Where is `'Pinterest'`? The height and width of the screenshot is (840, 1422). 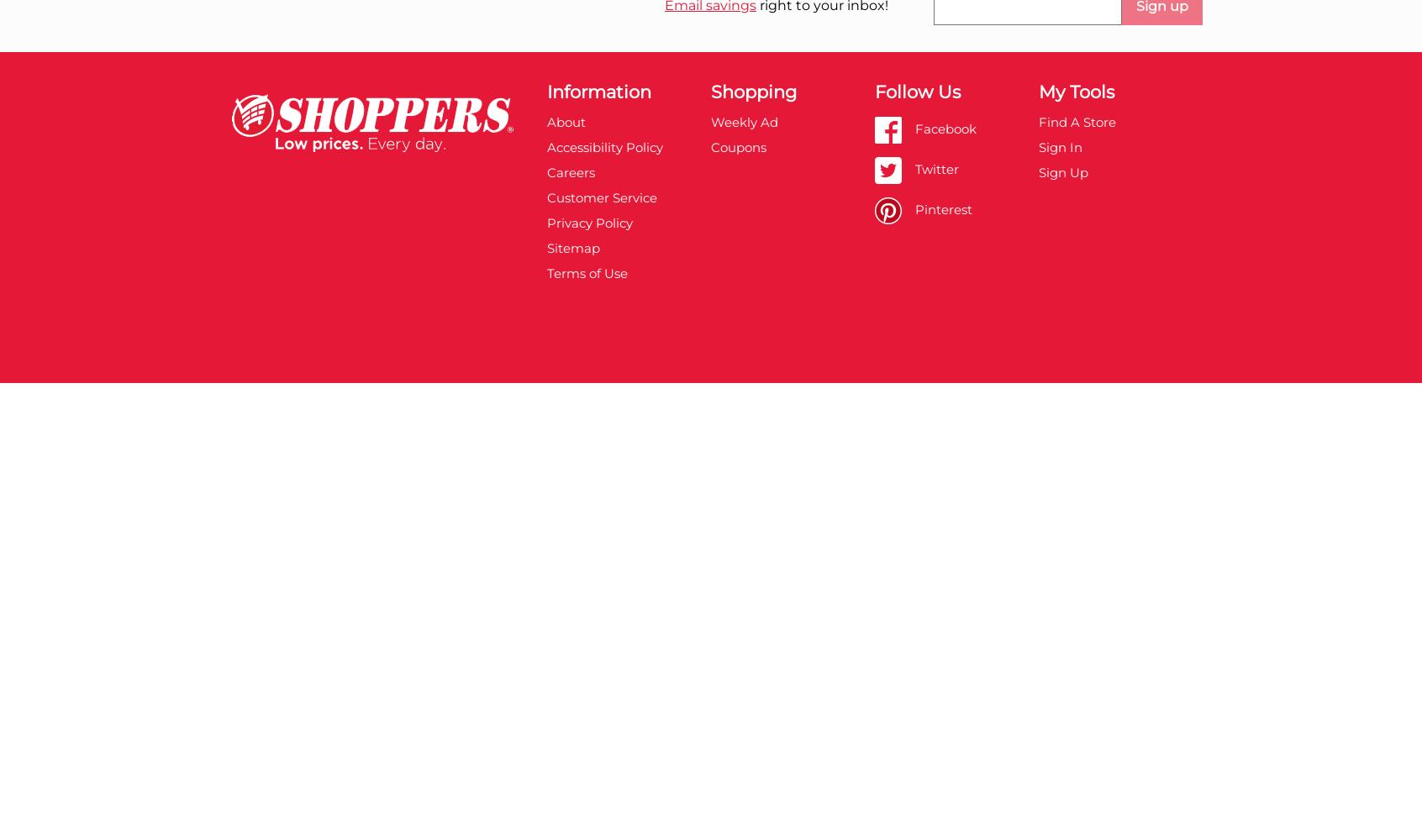 'Pinterest' is located at coordinates (942, 207).